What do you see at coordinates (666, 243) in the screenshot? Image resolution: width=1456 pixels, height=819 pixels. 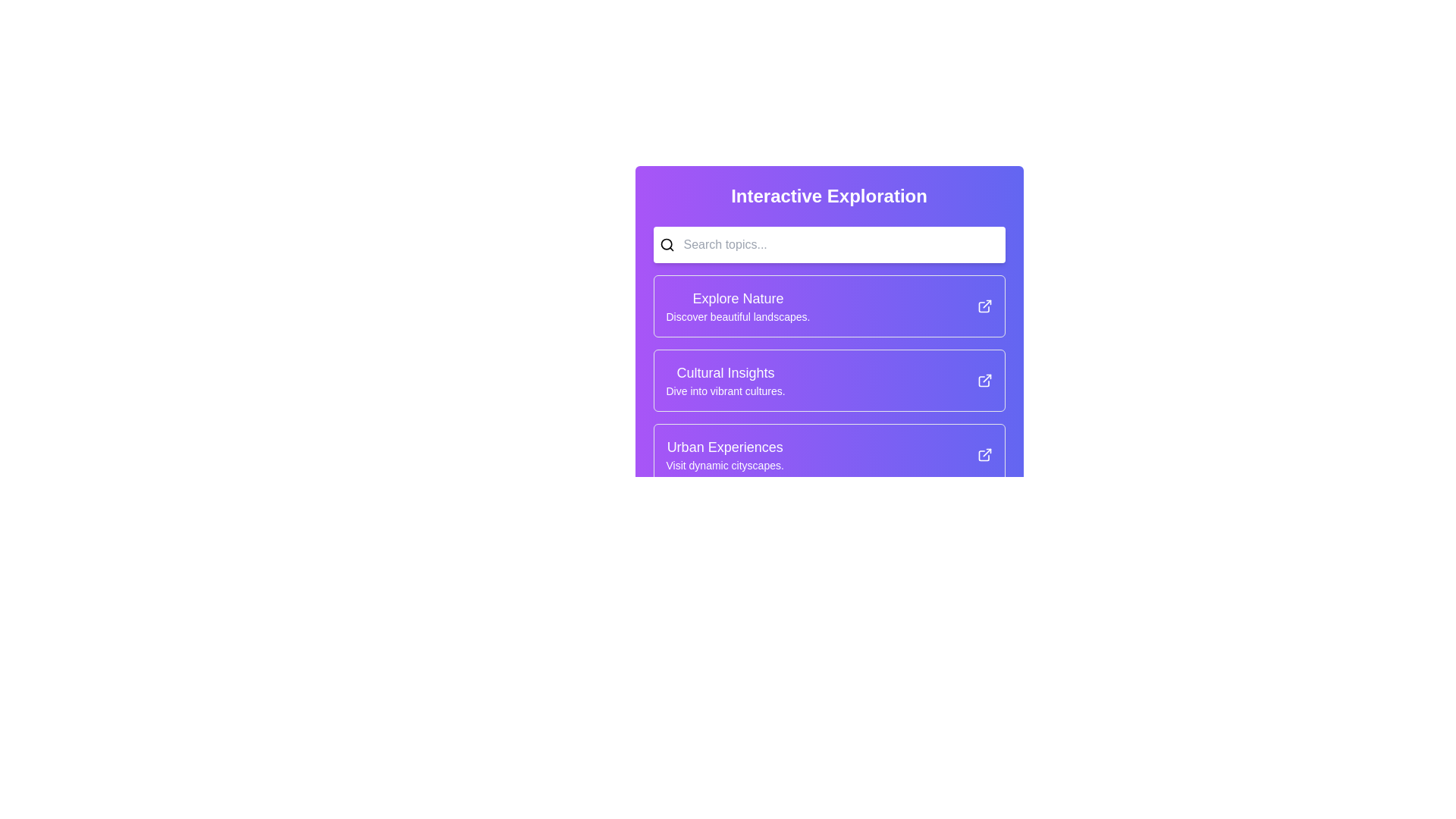 I see `the circular decorative graphic that represents the lens of the magnifying glass icon within the search bar, located to the left of the header text 'Interactive Exploration'` at bounding box center [666, 243].